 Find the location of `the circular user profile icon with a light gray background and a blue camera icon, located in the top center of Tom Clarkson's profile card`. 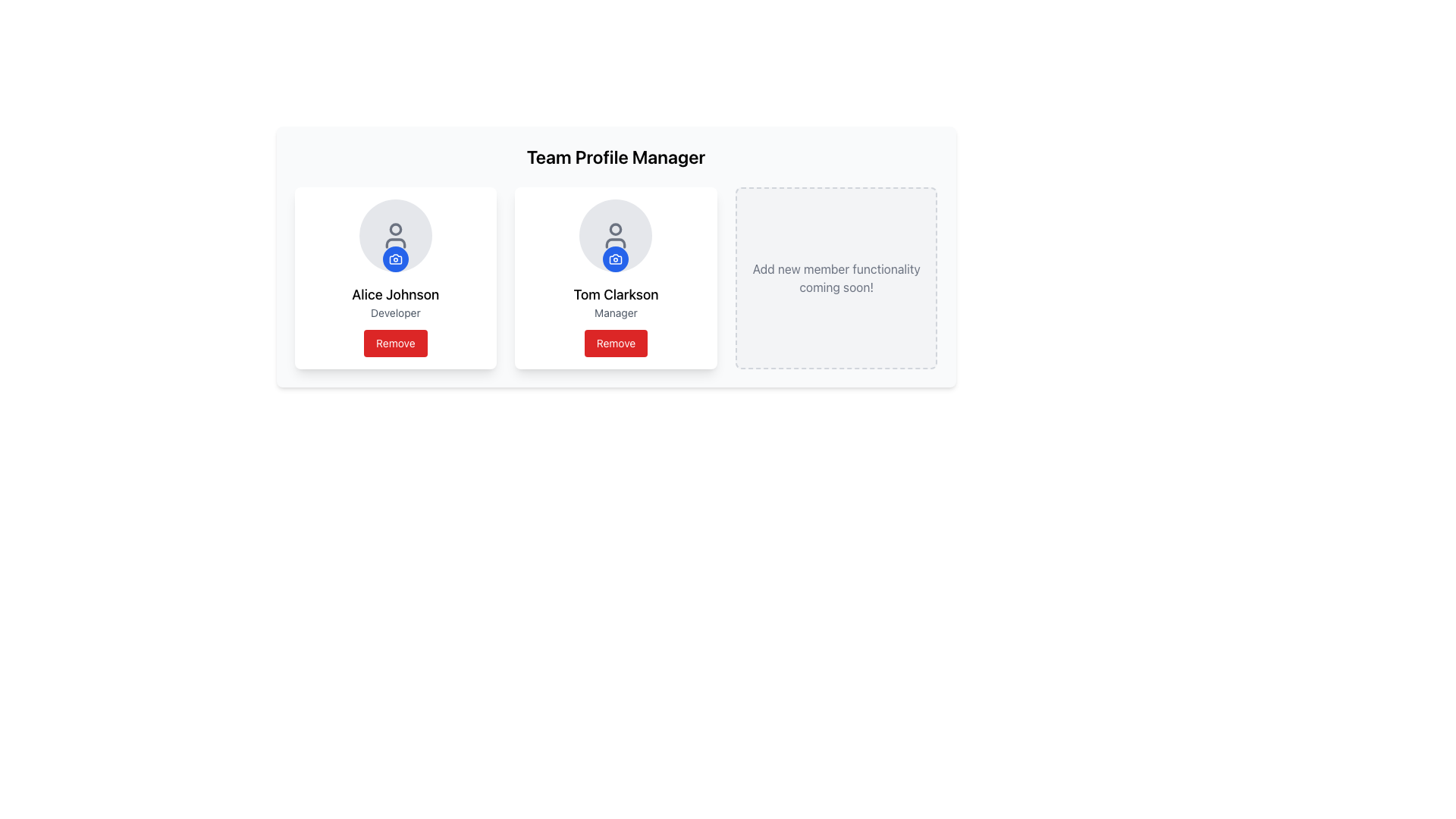

the circular user profile icon with a light gray background and a blue camera icon, located in the top center of Tom Clarkson's profile card is located at coordinates (616, 236).